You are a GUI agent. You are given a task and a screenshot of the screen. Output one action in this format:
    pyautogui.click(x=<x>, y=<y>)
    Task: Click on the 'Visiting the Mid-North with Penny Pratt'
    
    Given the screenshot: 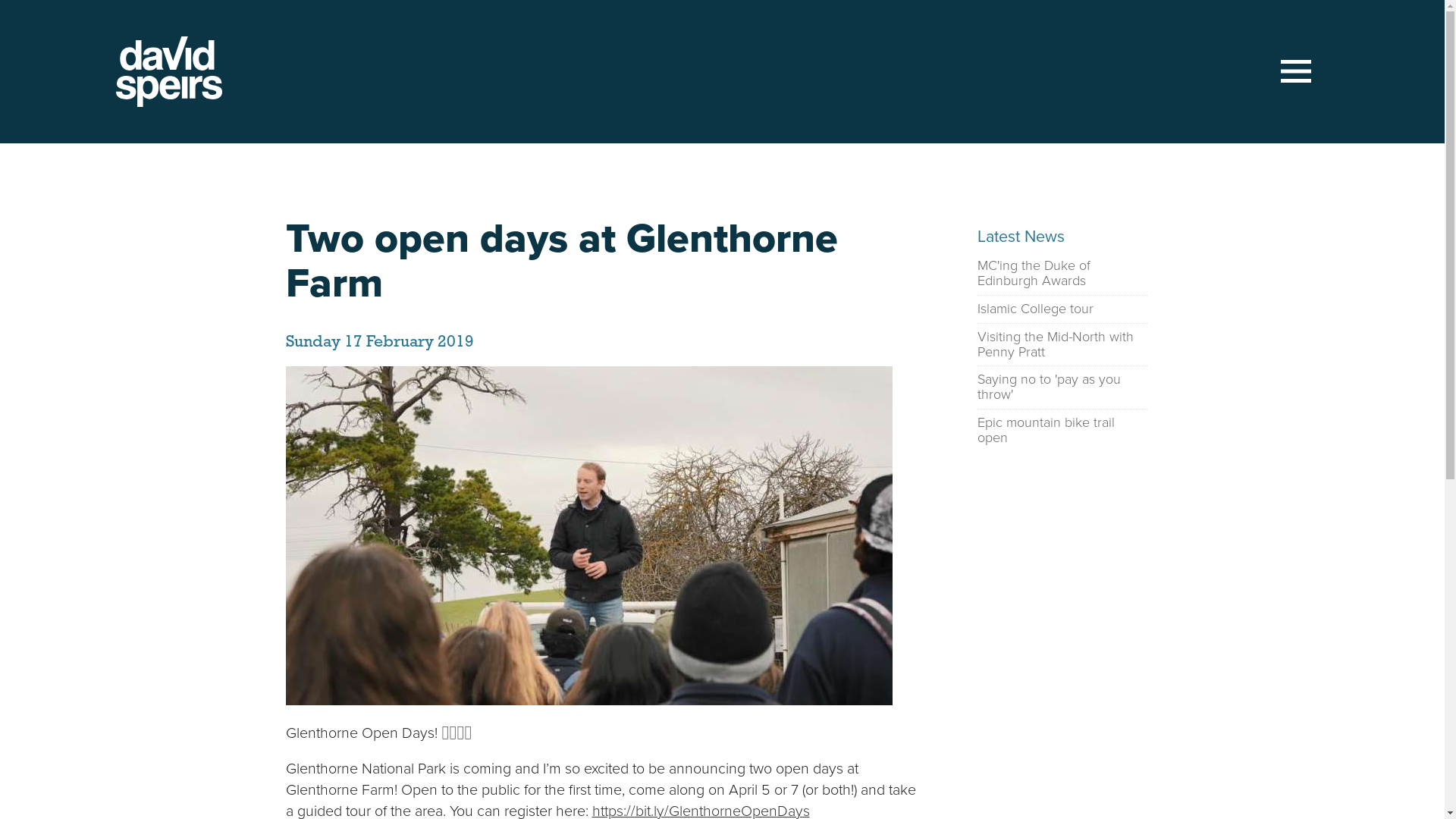 What is the action you would take?
    pyautogui.click(x=976, y=345)
    